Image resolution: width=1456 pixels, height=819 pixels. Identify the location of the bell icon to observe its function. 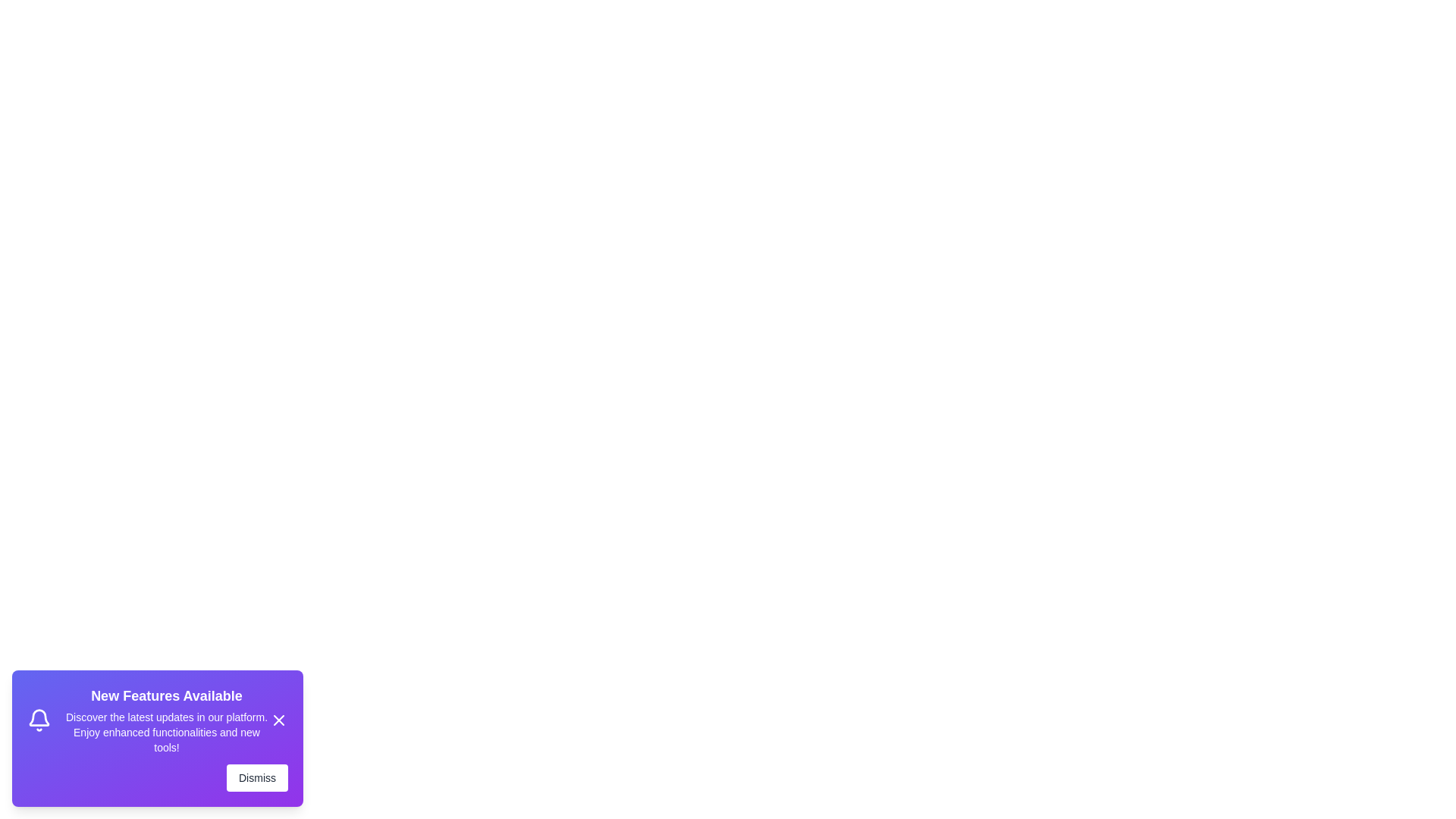
(39, 719).